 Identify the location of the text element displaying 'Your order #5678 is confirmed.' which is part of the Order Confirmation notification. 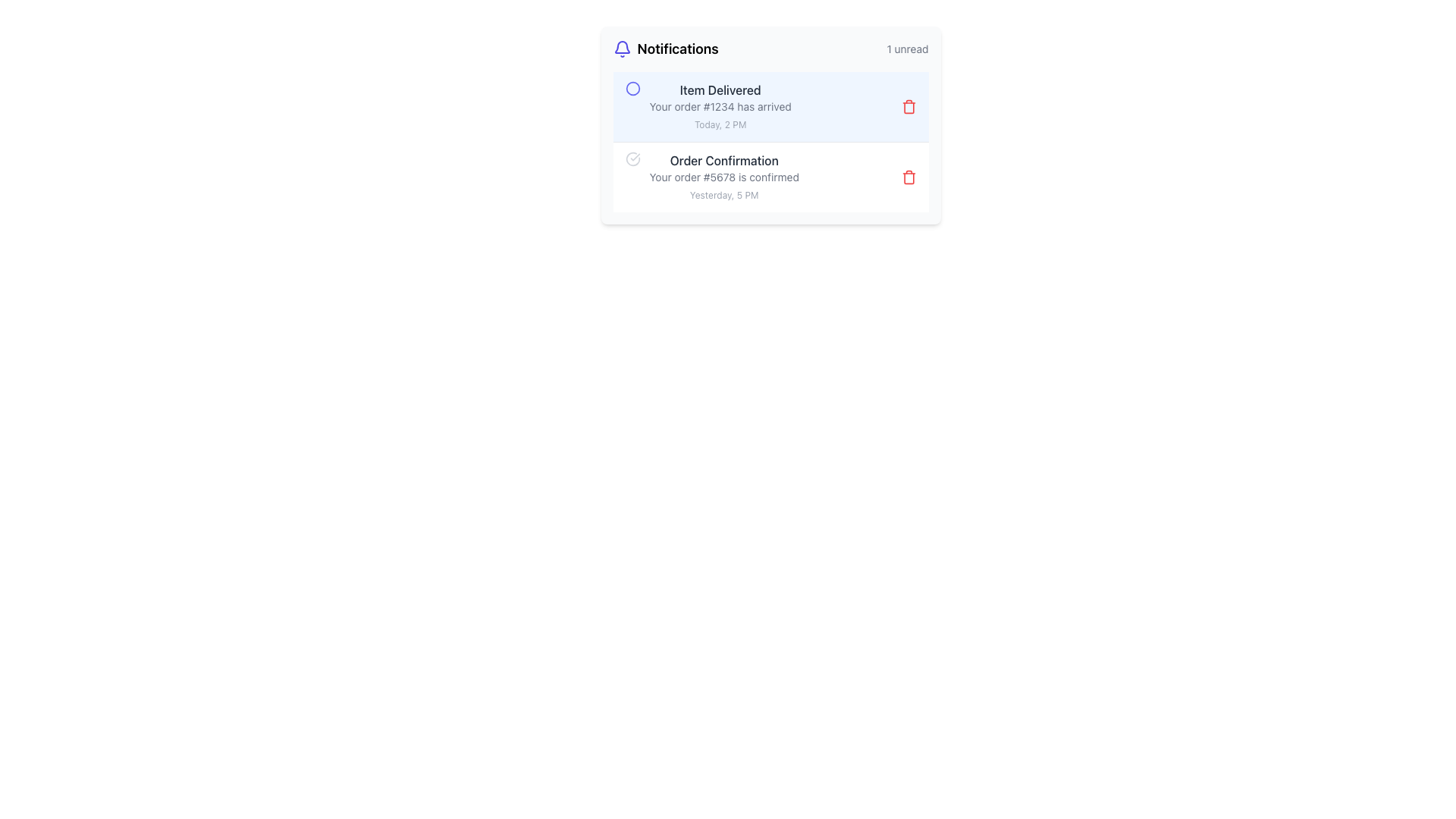
(723, 177).